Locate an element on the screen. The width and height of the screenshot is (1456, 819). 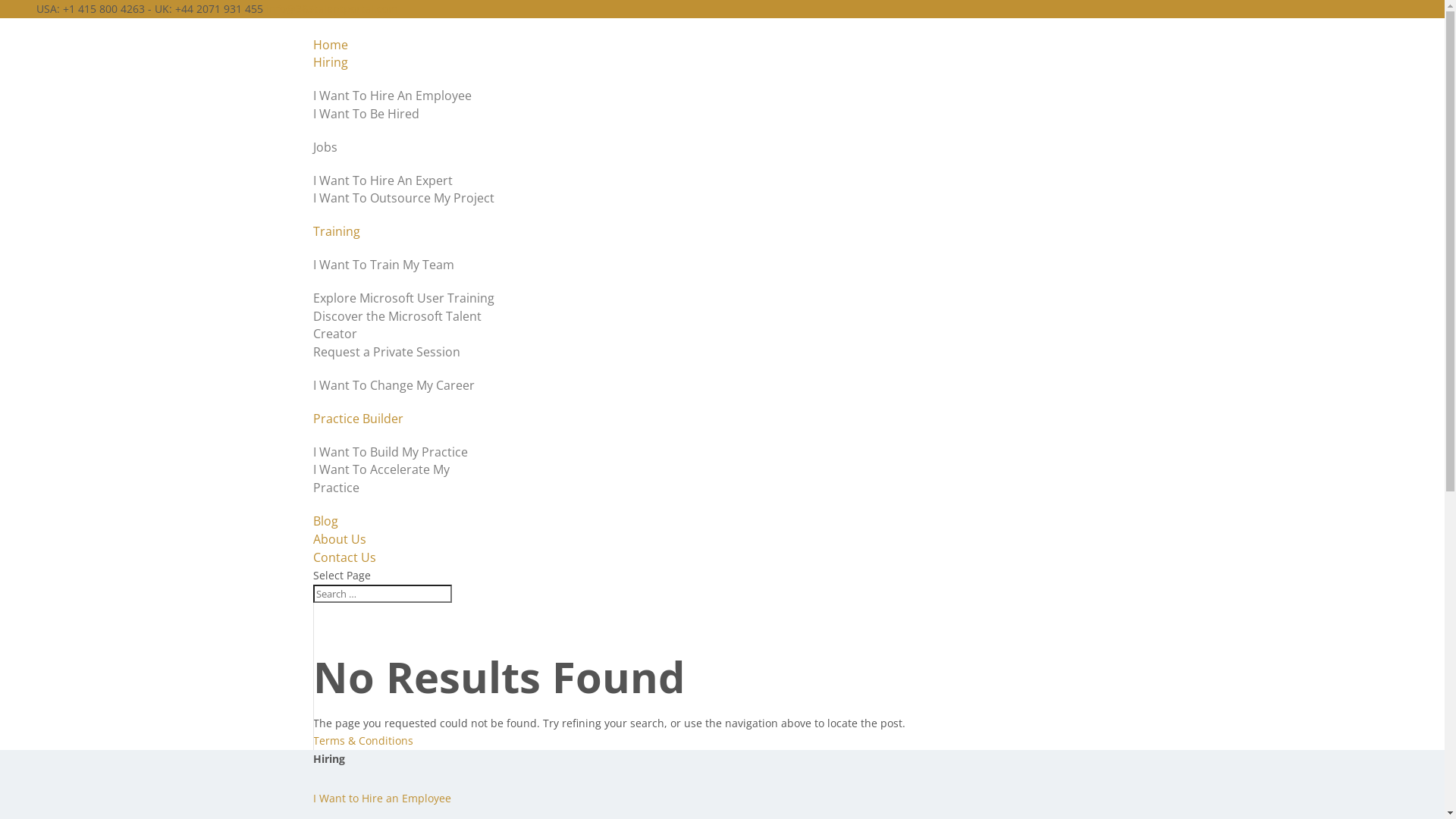
'Terms & Conditions' is located at coordinates (312, 739).